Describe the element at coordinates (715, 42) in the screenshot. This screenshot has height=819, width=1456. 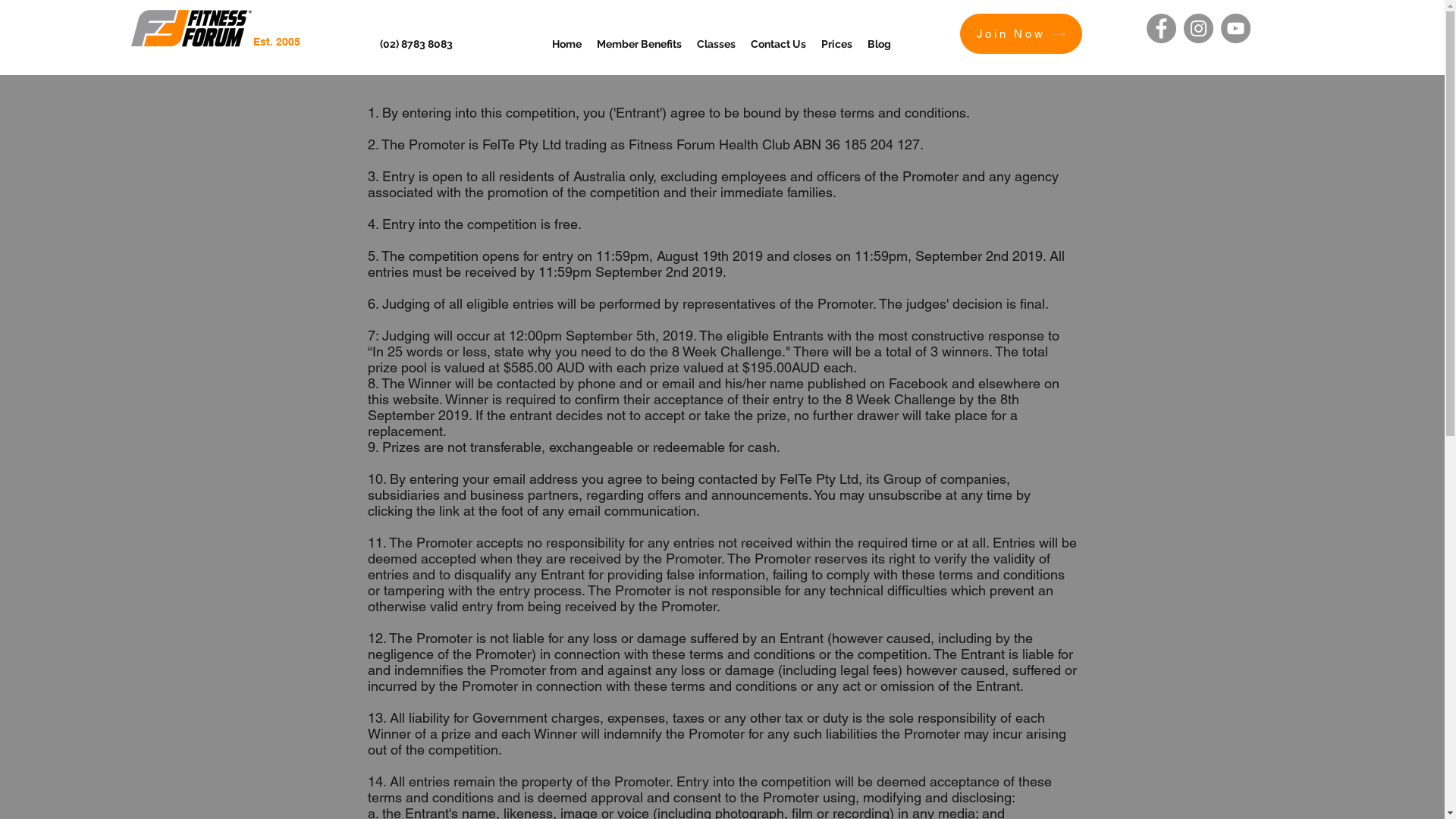
I see `'Classes'` at that location.